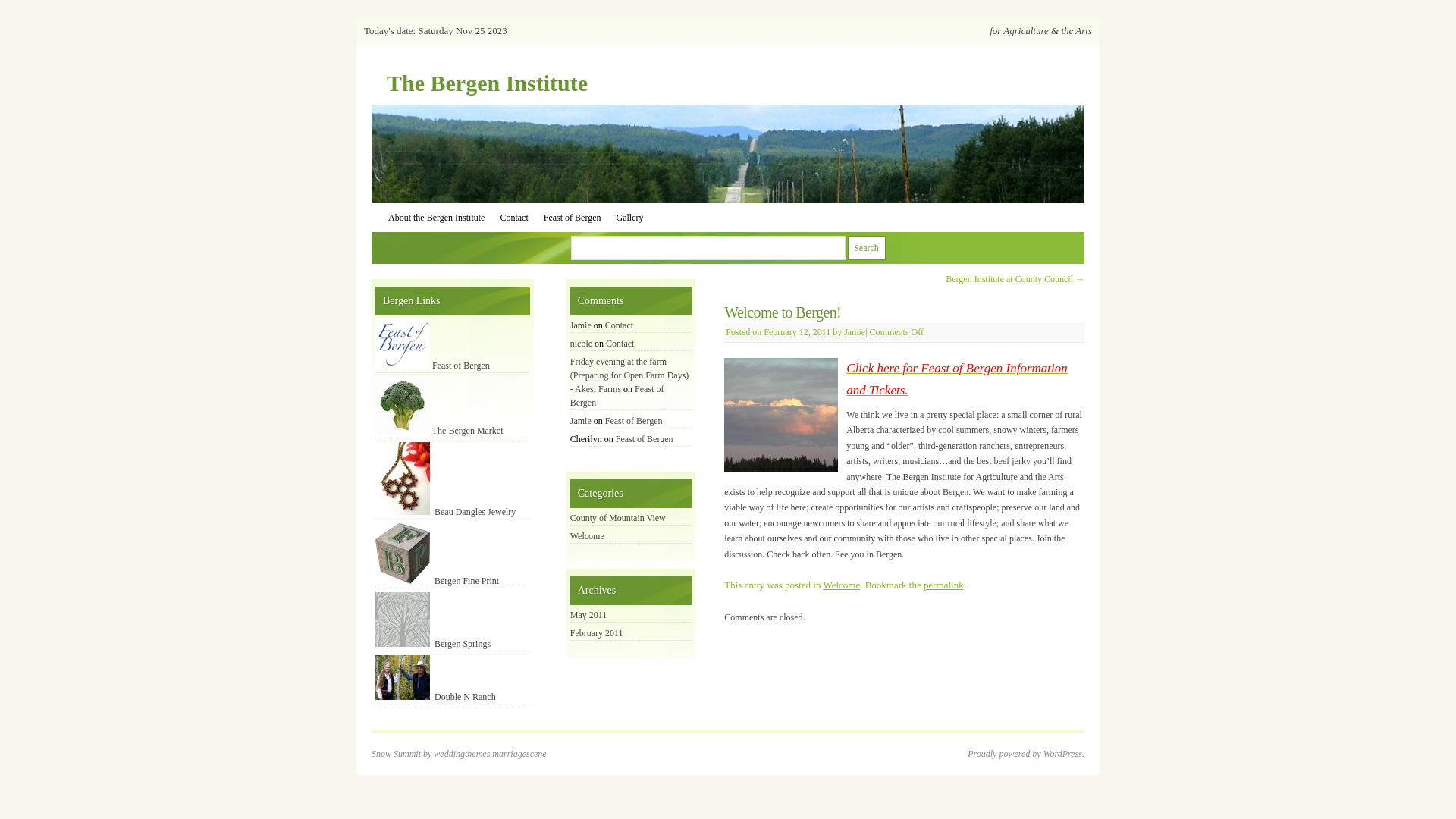 The width and height of the screenshot is (1456, 819). I want to click on ' Beau Dangles Jewelry', so click(444, 512).